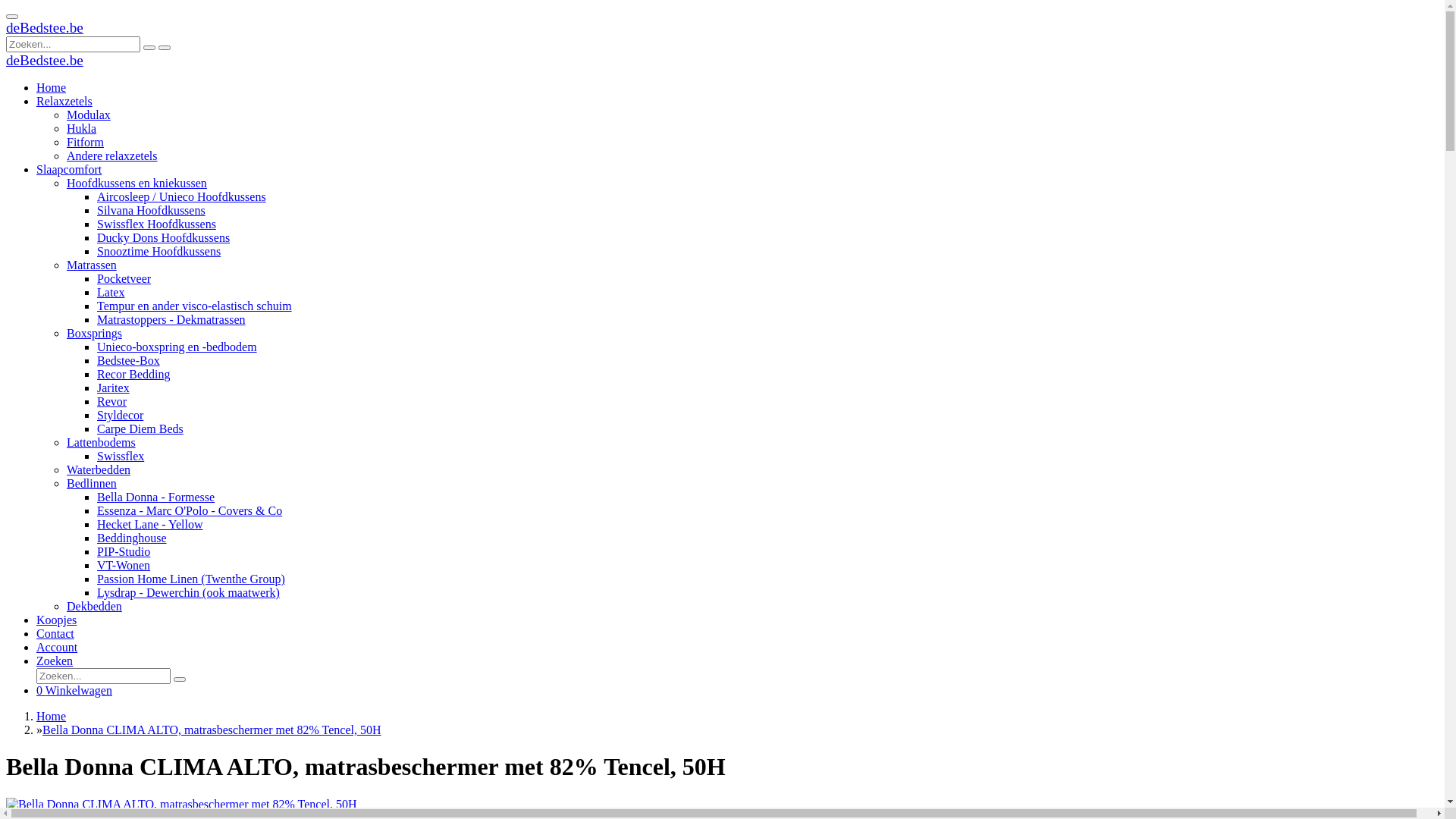 Image resolution: width=1456 pixels, height=819 pixels. Describe the element at coordinates (44, 60) in the screenshot. I see `'deBedstee.be'` at that location.